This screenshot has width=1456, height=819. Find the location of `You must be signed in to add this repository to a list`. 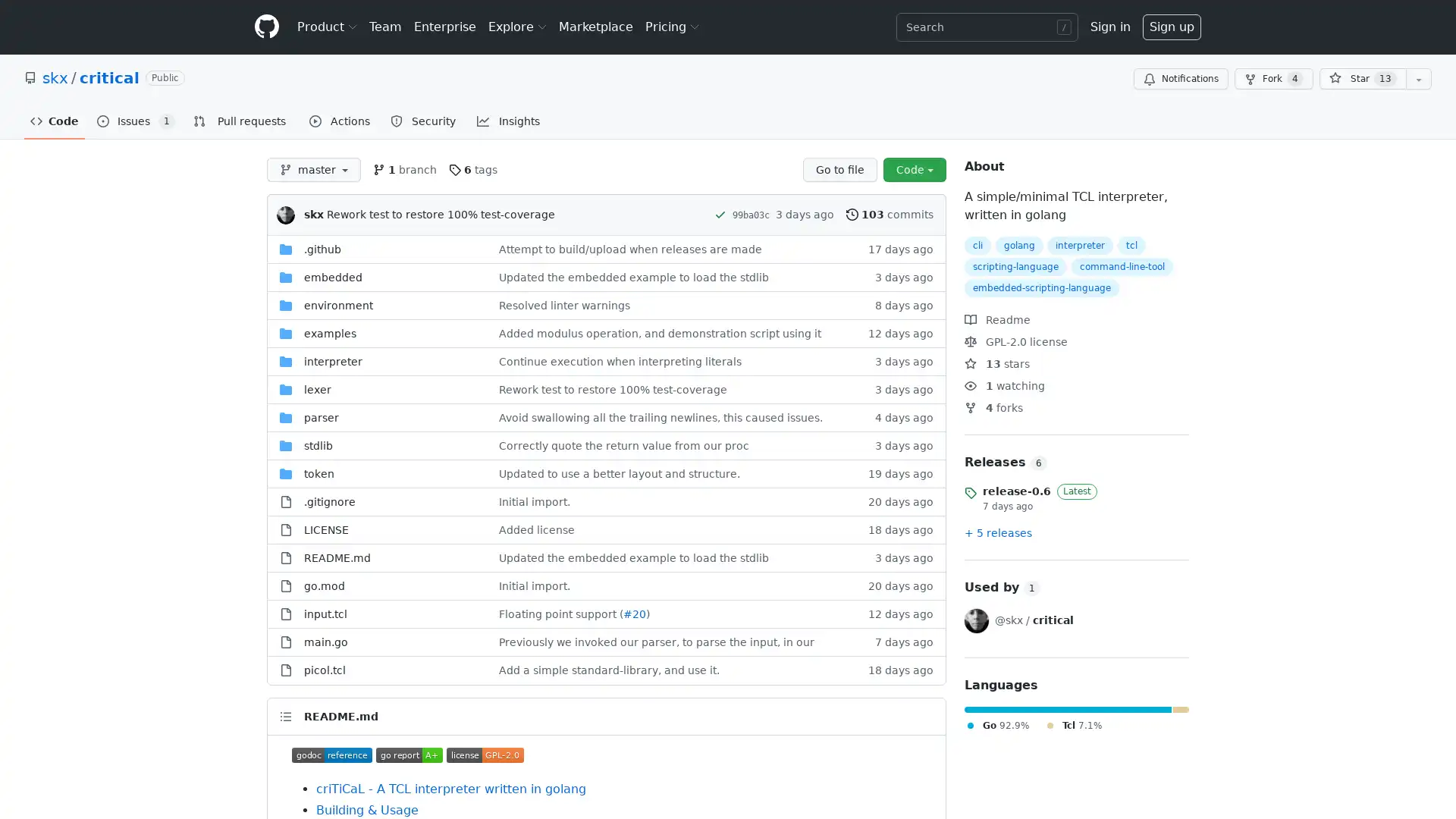

You must be signed in to add this repository to a list is located at coordinates (1418, 79).